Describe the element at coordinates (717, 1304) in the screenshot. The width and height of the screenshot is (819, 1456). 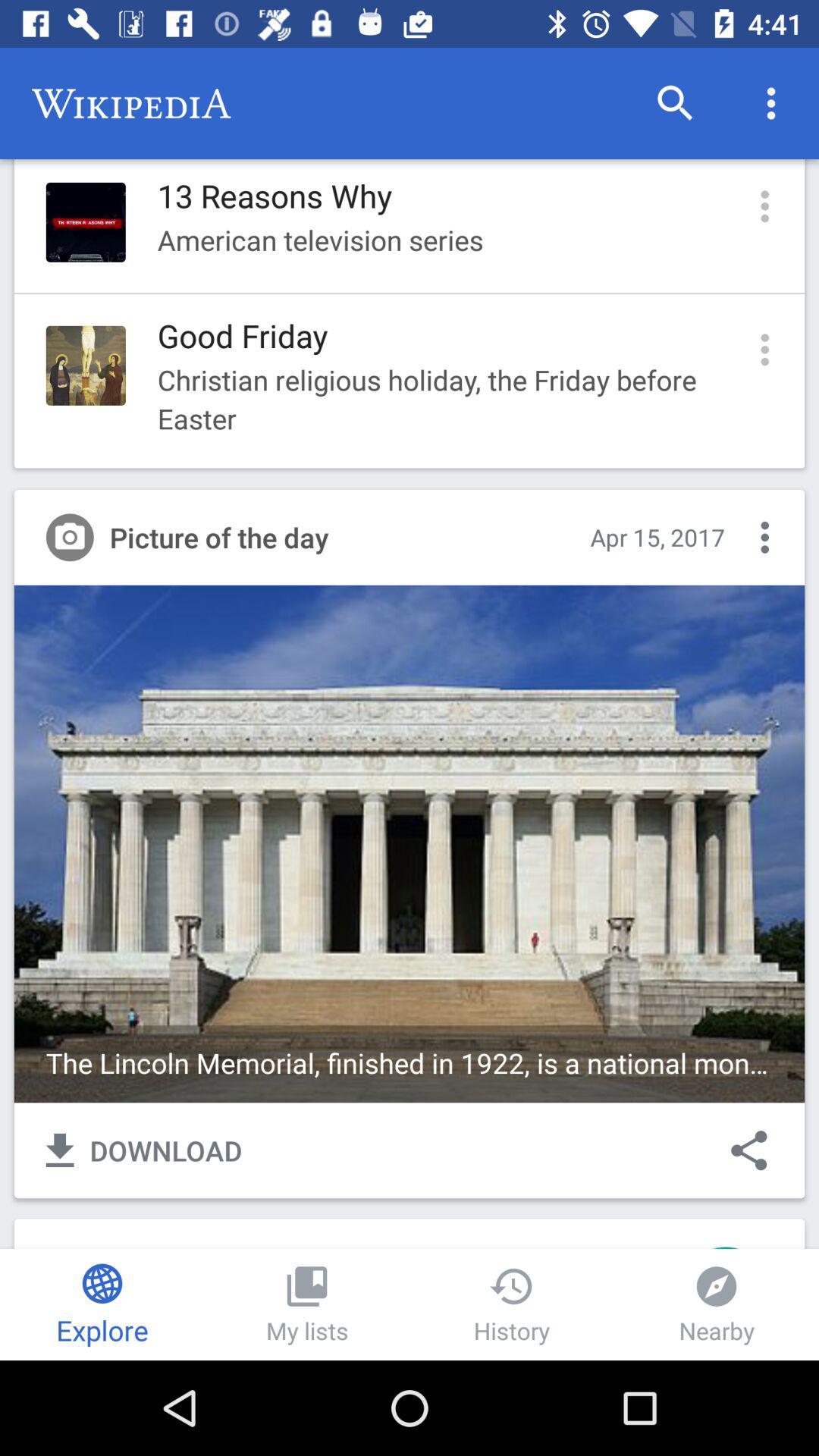
I see `near by` at that location.